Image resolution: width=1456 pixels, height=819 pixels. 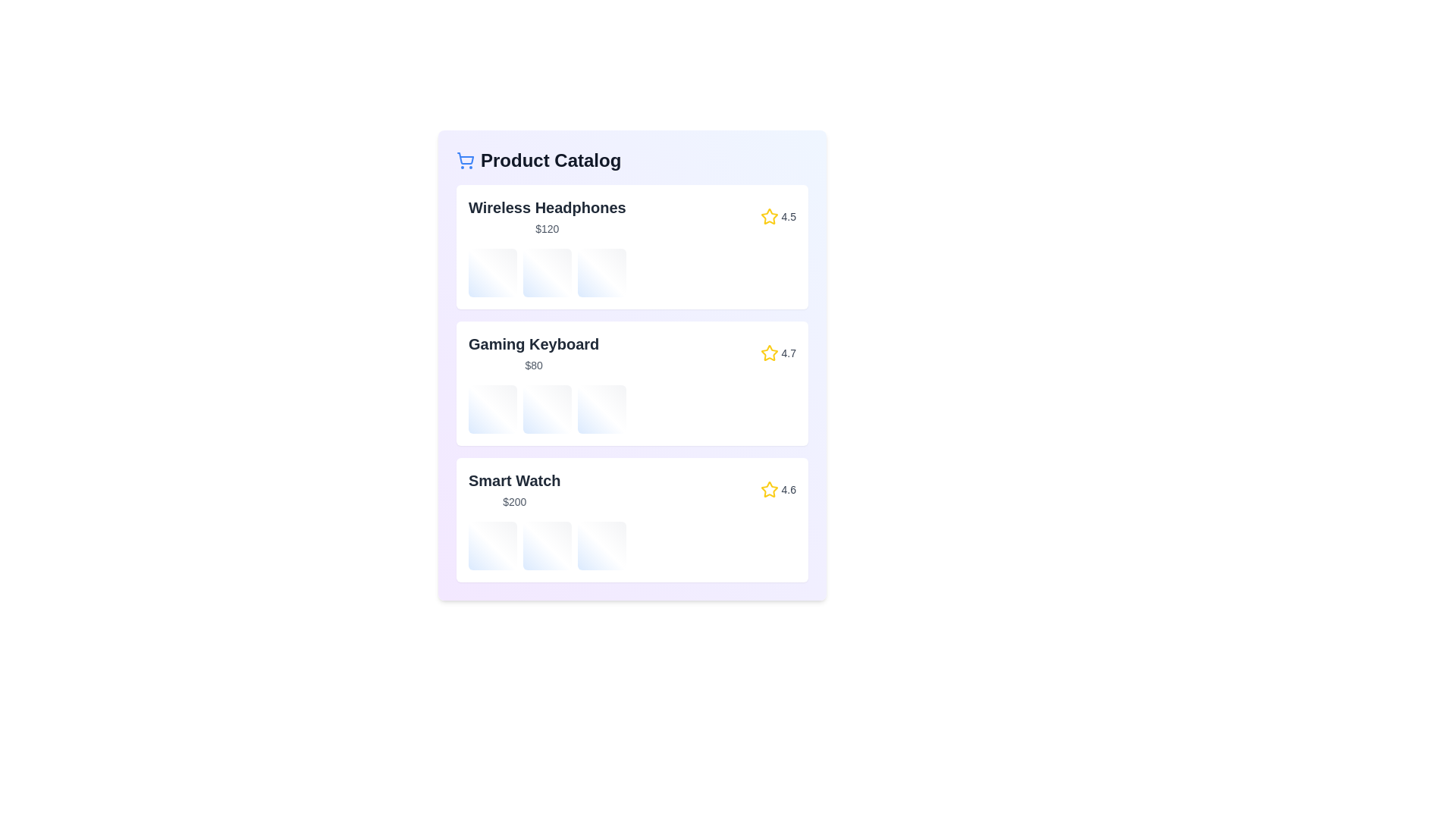 I want to click on the star corresponding to the desired rating 4 for the product, so click(x=795, y=216).